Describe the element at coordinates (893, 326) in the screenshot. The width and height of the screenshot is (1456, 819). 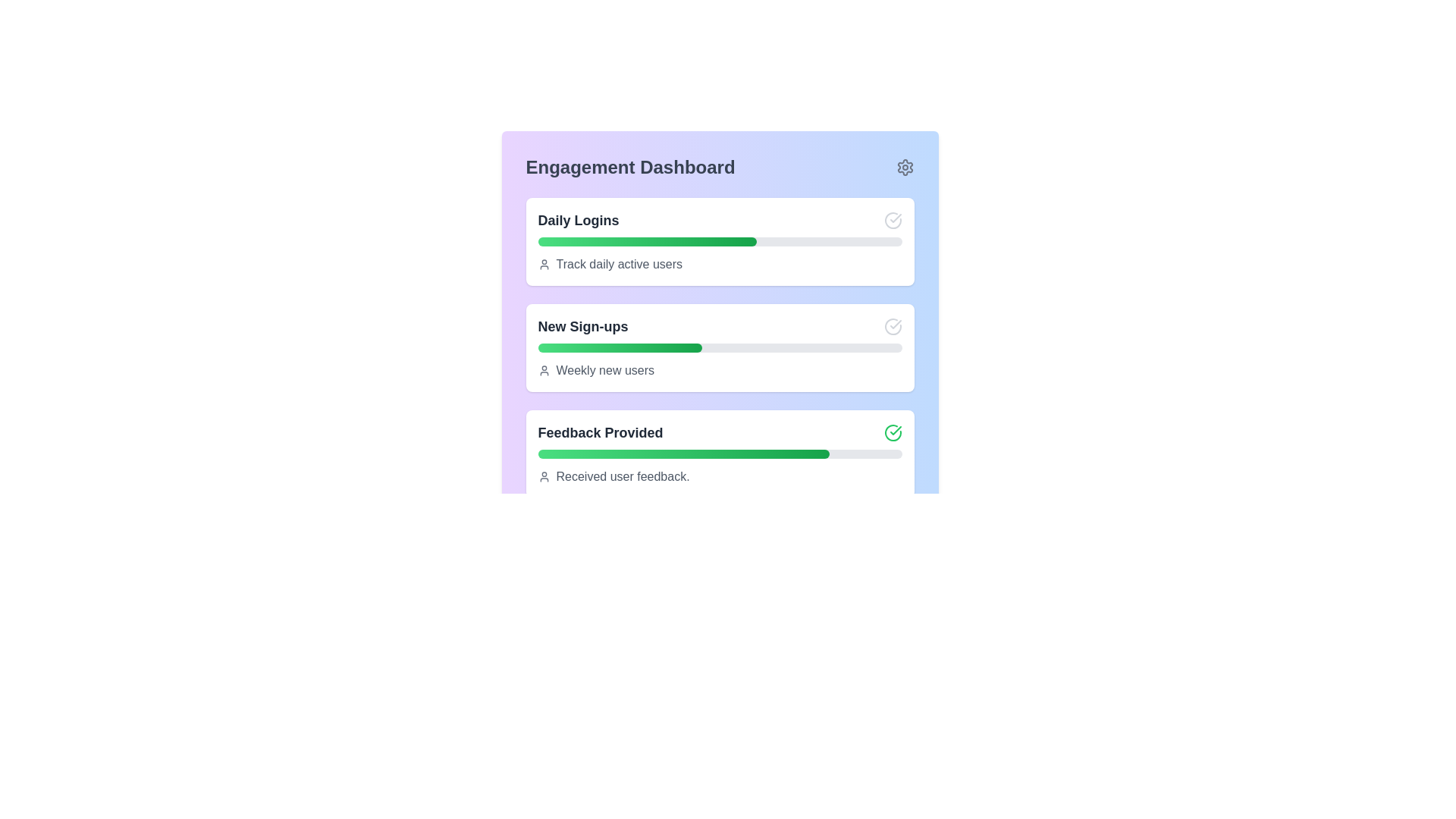
I see `the gray check mark icon in the 'New Sign-ups' section of the dashboard for status indication` at that location.